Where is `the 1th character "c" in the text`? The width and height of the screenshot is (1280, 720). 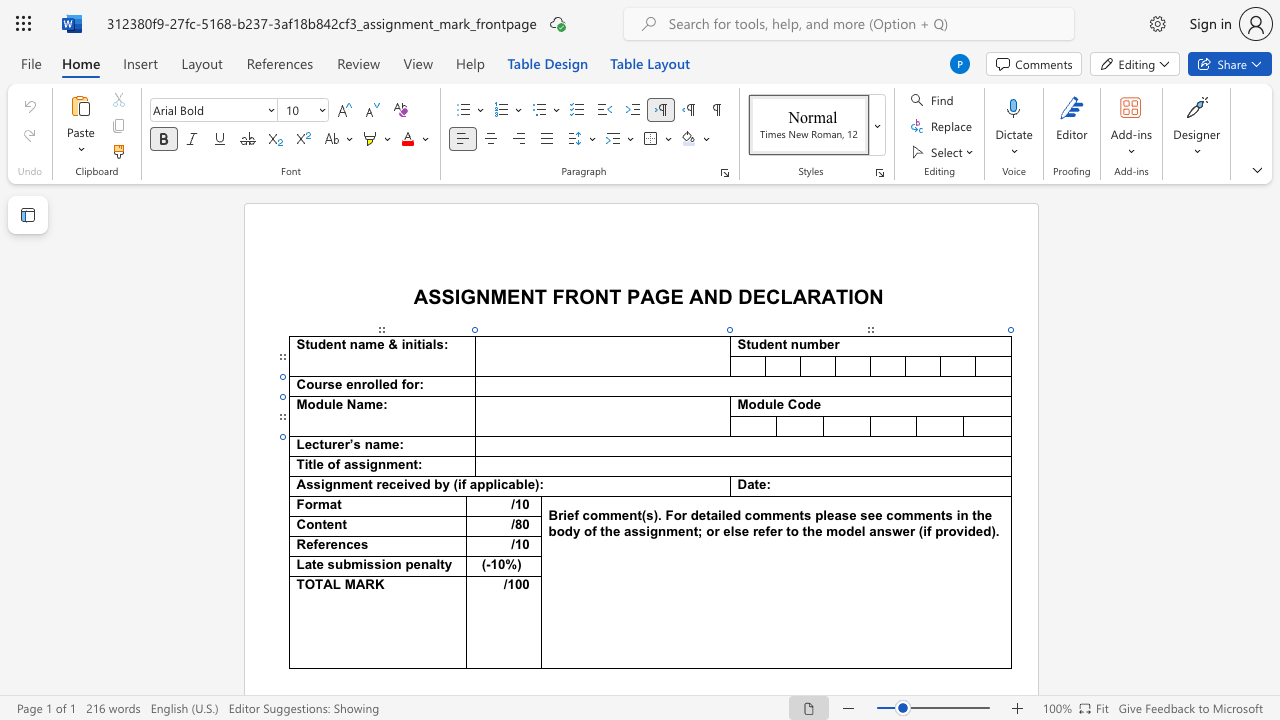 the 1th character "c" in the text is located at coordinates (504, 484).